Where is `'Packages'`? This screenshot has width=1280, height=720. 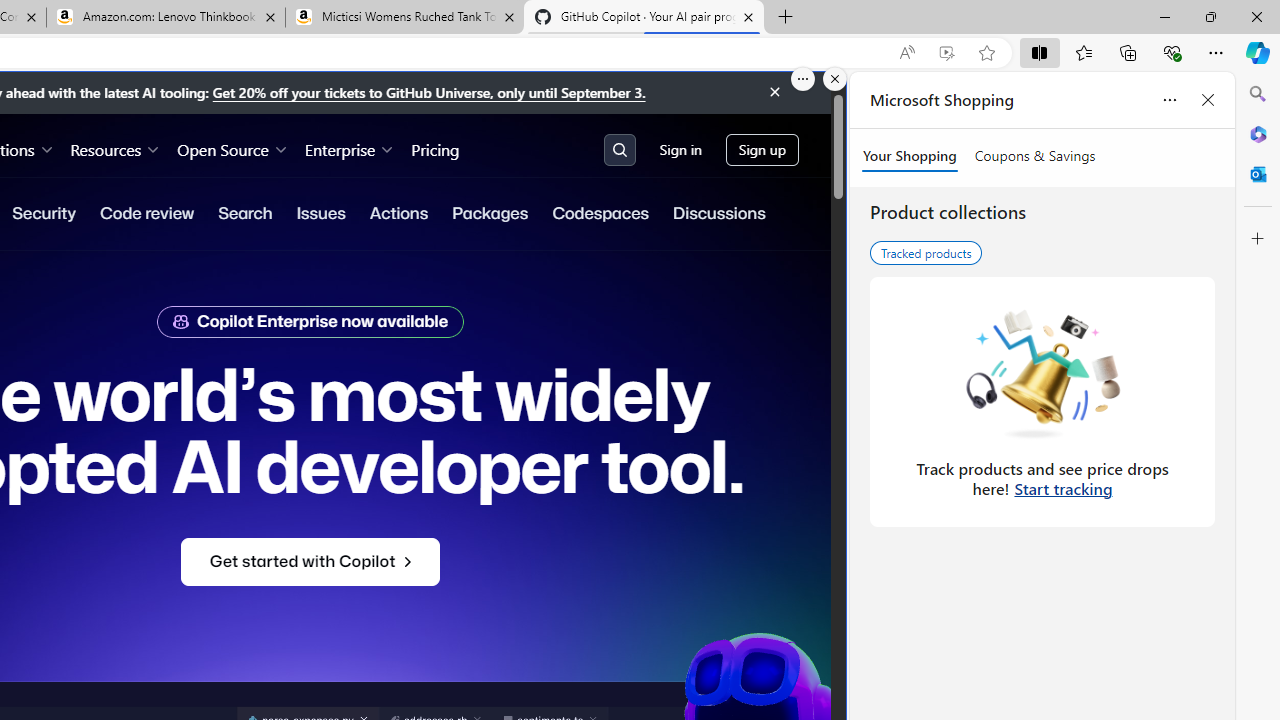 'Packages' is located at coordinates (490, 213).